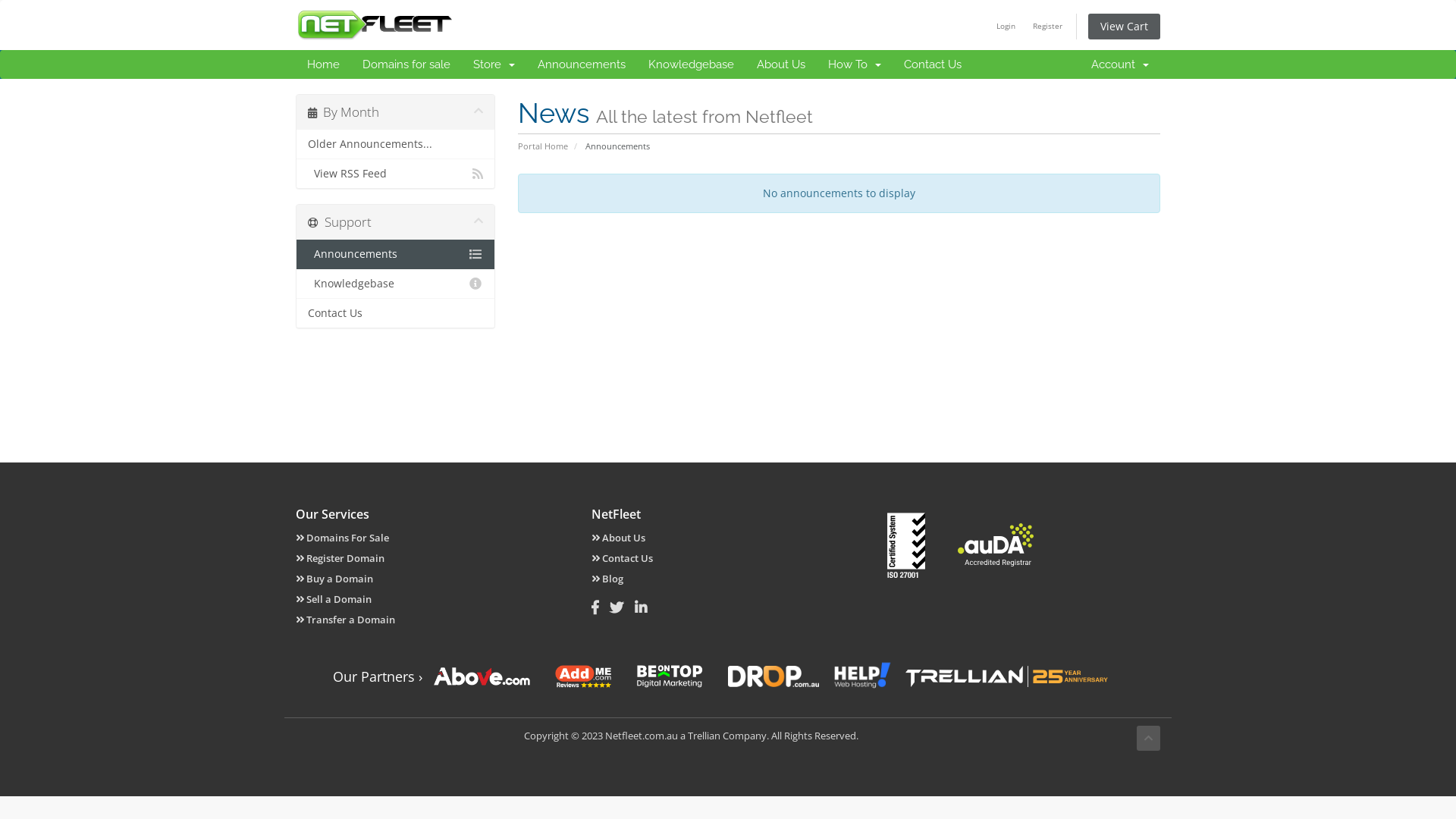  Describe the element at coordinates (339, 558) in the screenshot. I see `'Register Domain'` at that location.